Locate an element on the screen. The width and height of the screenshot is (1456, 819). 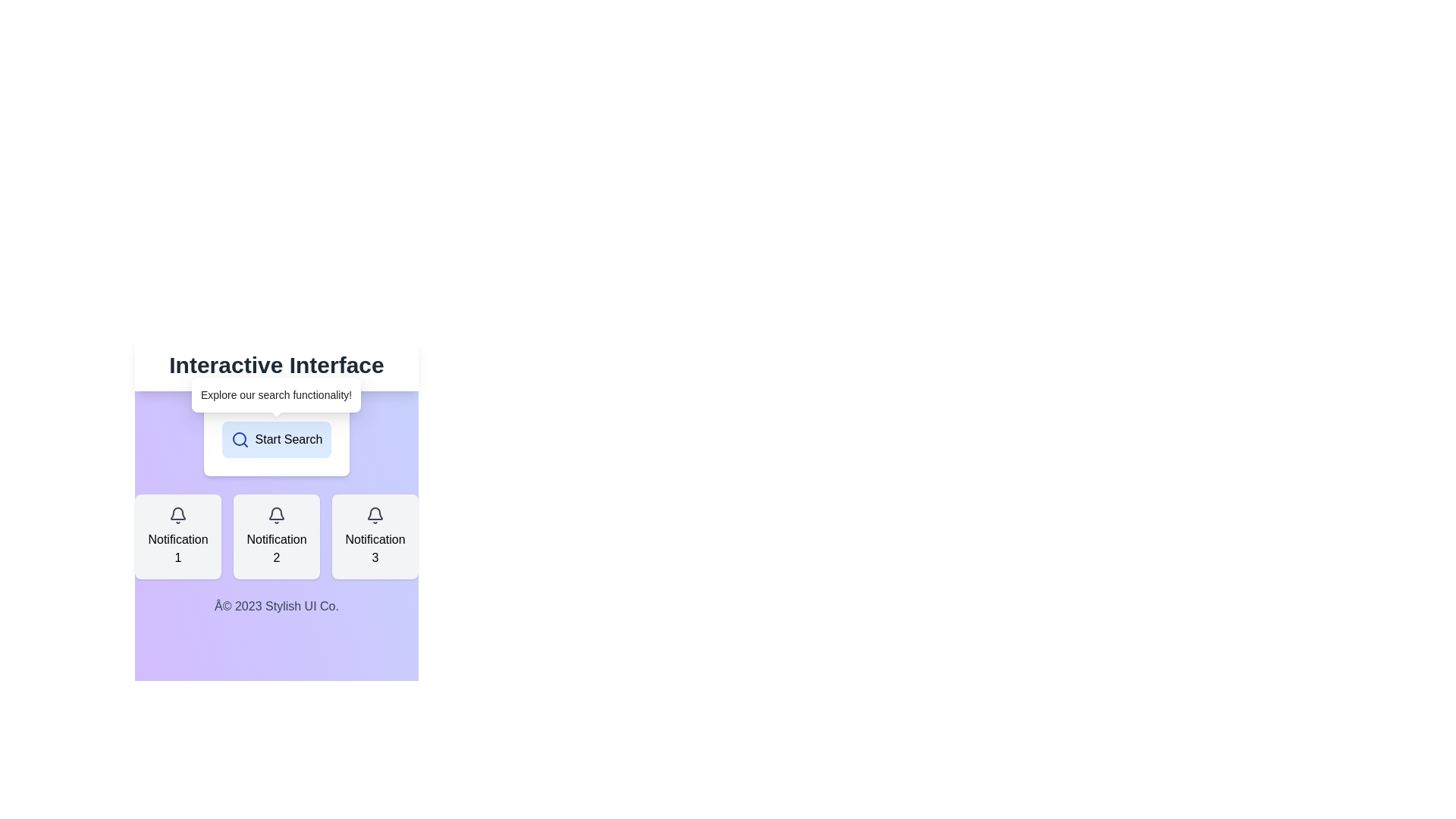
the 'Start Search' button, which has a rounded rectangular shape with a light blue background and contains a magnifying glass icon and the text 'Start Search' is located at coordinates (276, 439).